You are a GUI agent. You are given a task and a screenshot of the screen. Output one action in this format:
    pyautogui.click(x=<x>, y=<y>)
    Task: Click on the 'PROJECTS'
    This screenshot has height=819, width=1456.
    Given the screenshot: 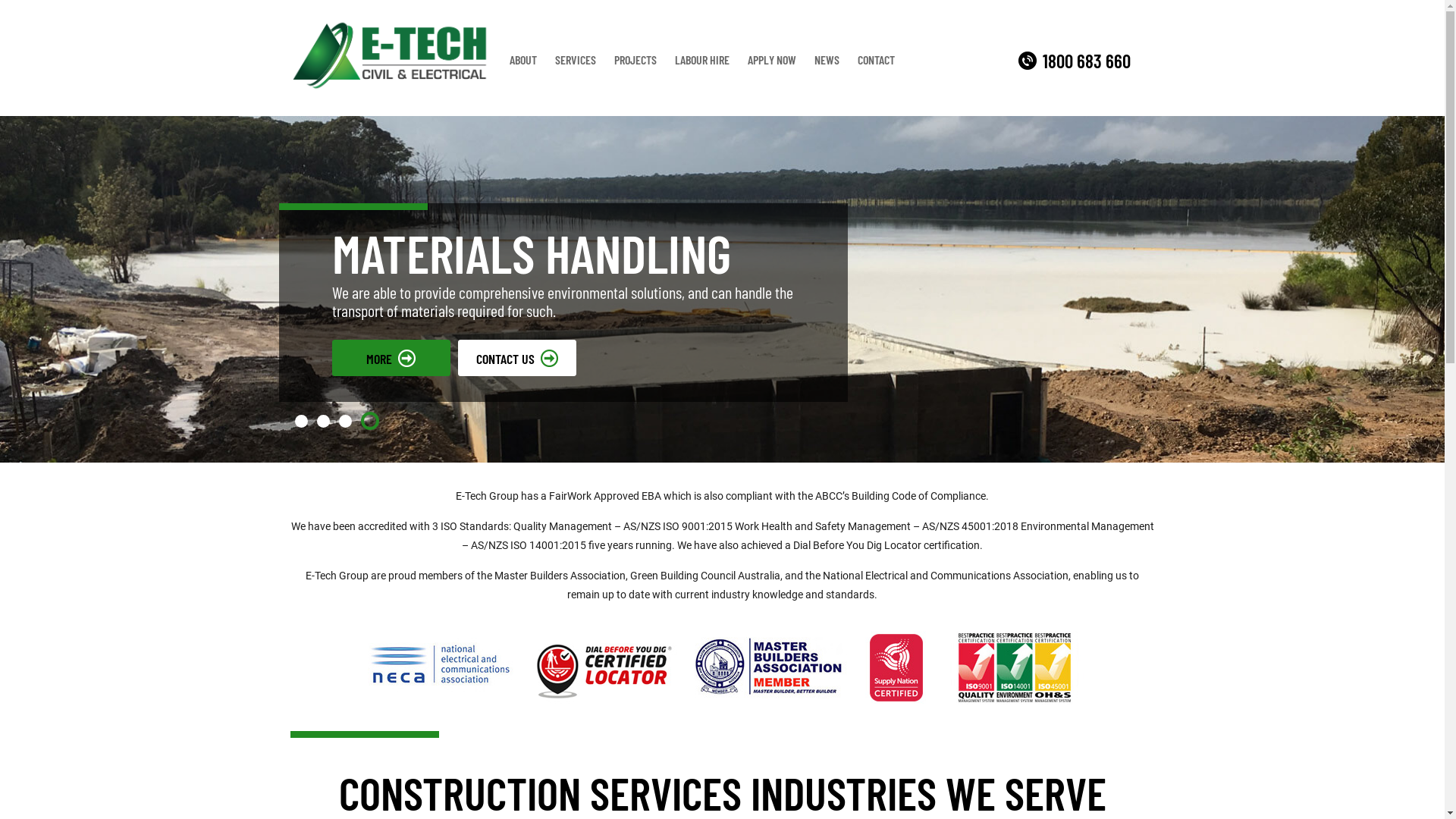 What is the action you would take?
    pyautogui.click(x=604, y=58)
    